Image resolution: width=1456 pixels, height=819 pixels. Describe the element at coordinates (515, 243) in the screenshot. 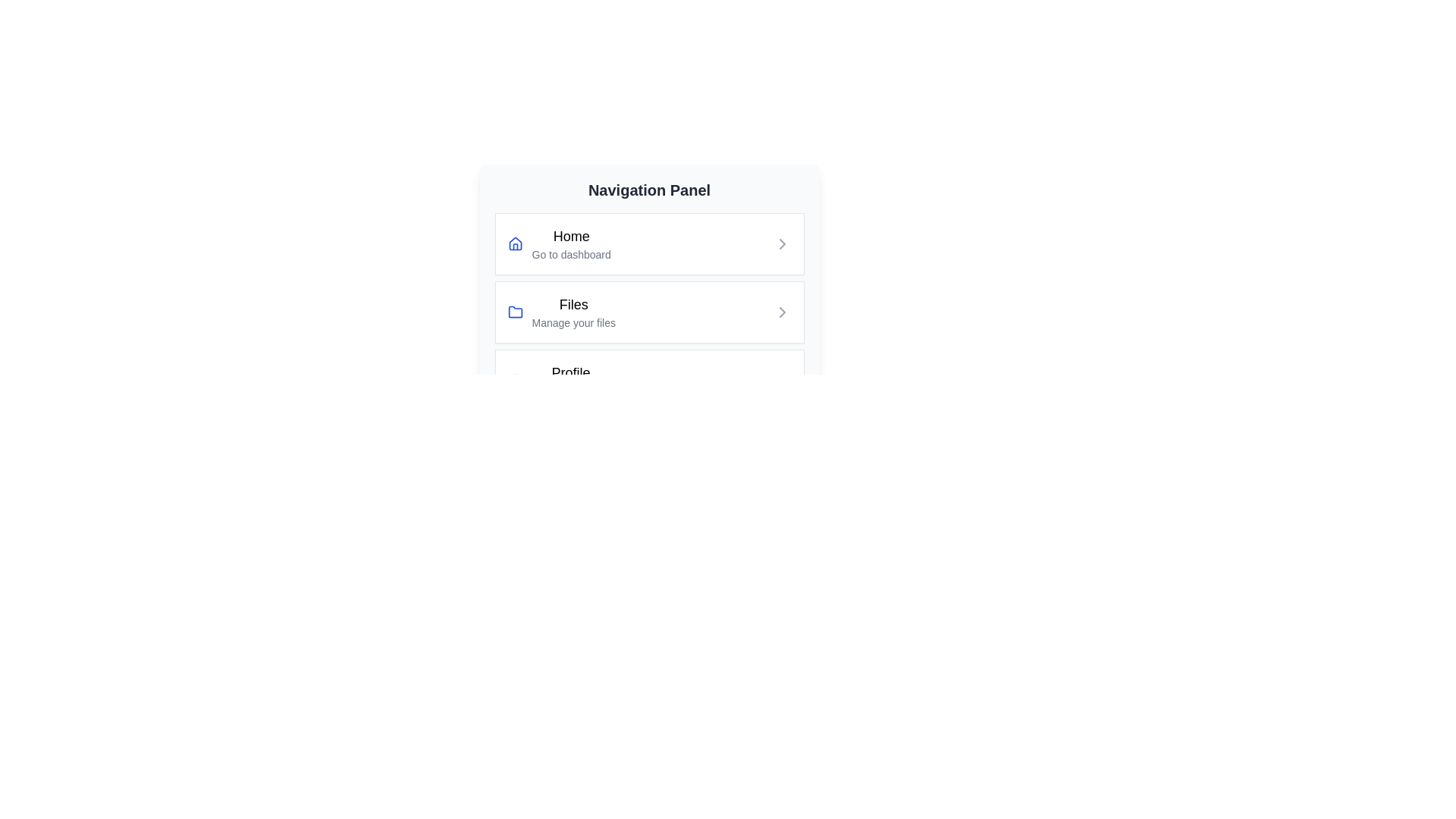

I see `the home navigation icon located to the left of the 'Home' text` at that location.